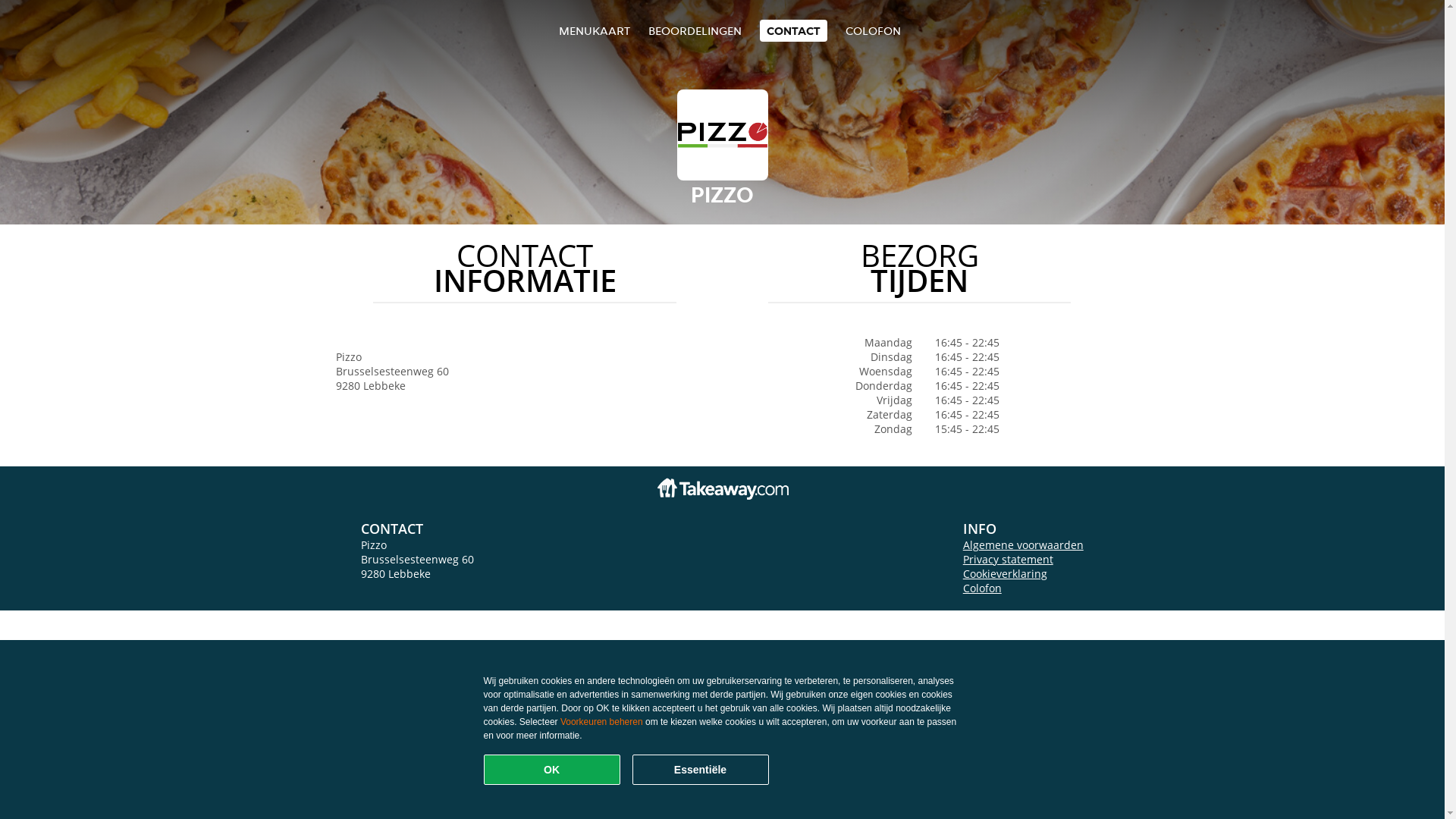  What do you see at coordinates (982, 587) in the screenshot?
I see `'Colofon'` at bounding box center [982, 587].